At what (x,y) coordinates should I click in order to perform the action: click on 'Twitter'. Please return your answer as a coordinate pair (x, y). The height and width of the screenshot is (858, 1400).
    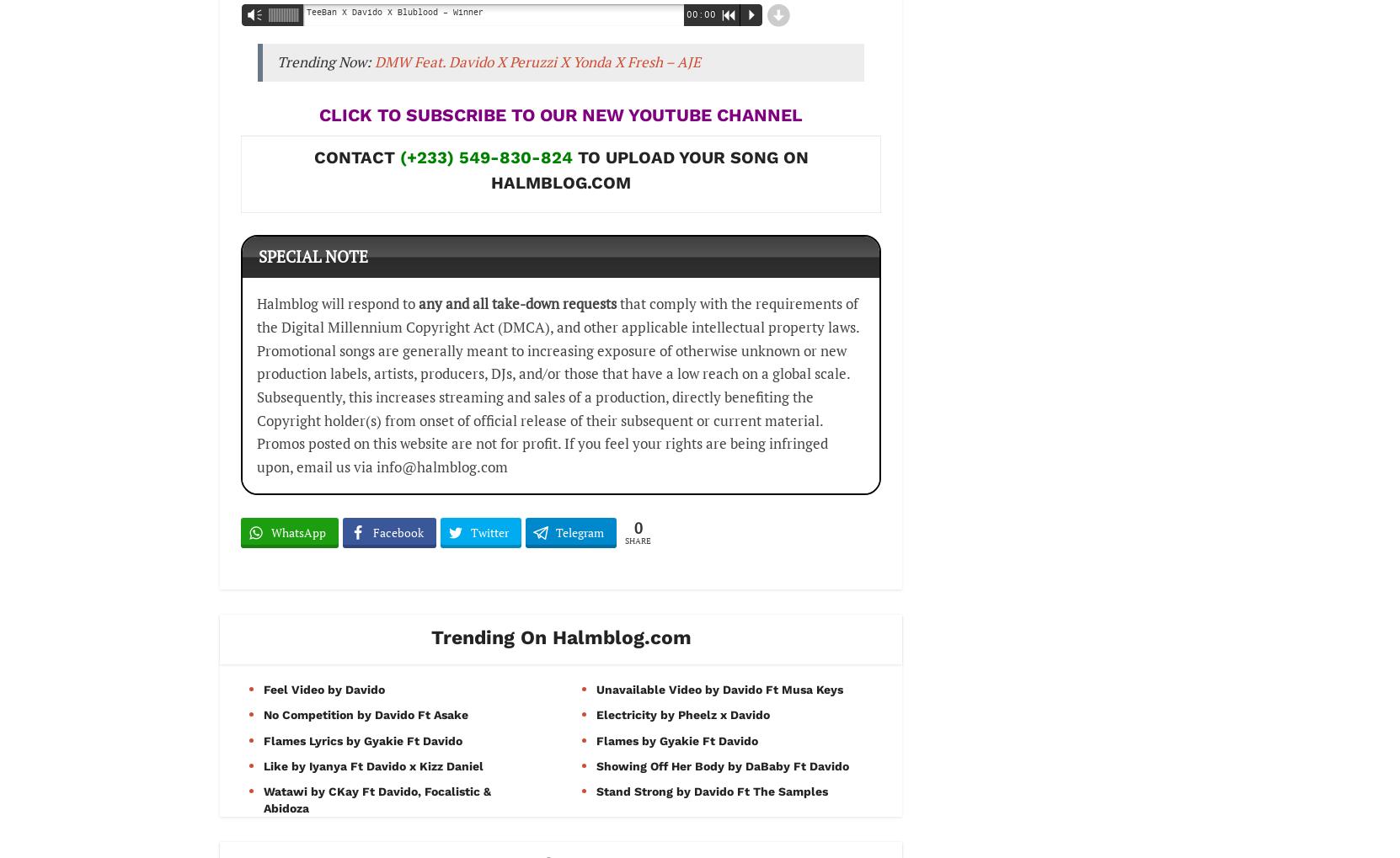
    Looking at the image, I should click on (489, 532).